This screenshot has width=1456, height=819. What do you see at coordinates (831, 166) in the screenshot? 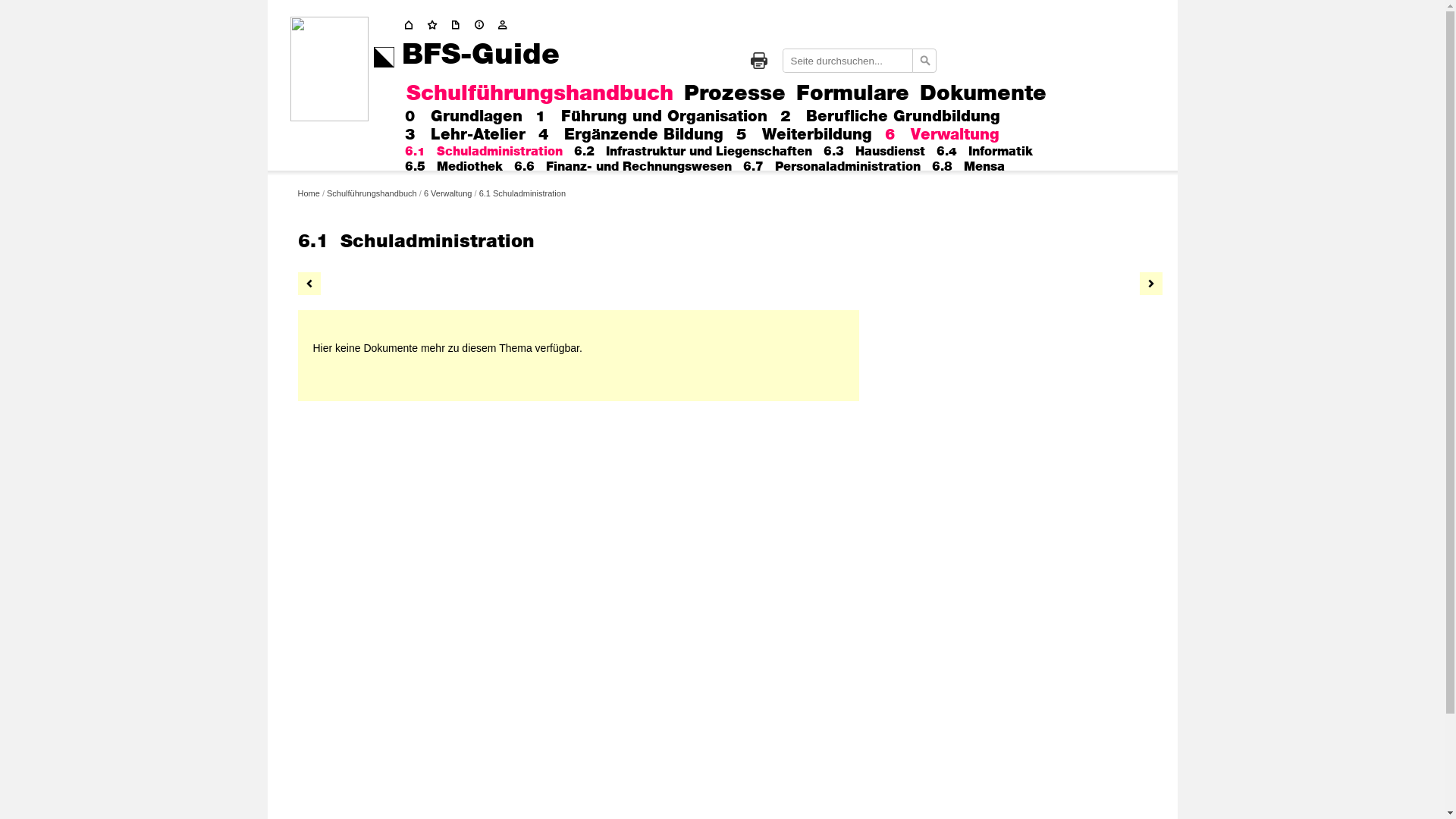
I see `'6.7   Personaladministration'` at bounding box center [831, 166].